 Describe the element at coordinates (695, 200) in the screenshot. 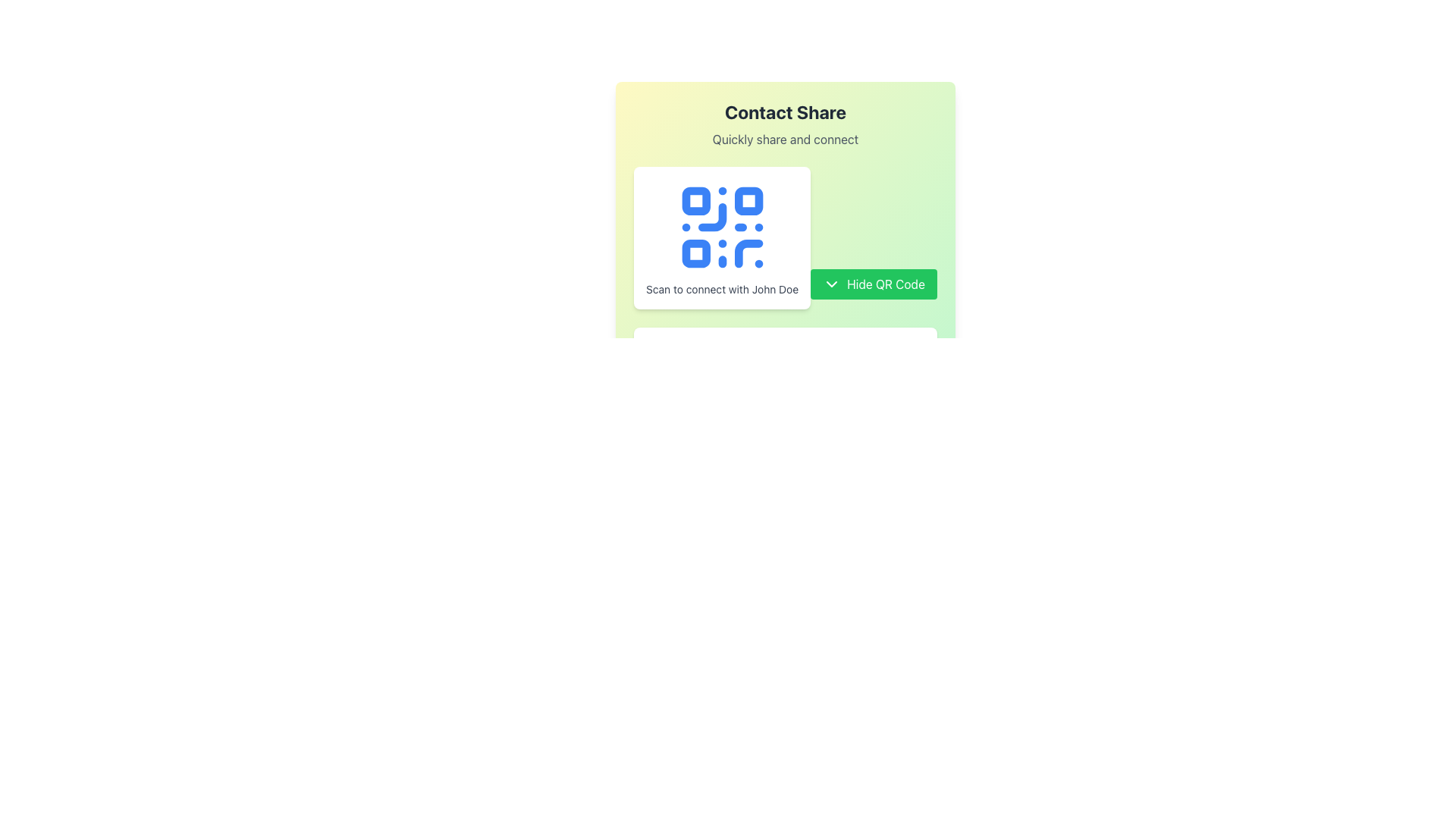

I see `the top-left decorative square element of the QR code, which is located below the heading 'Contact Share'` at that location.